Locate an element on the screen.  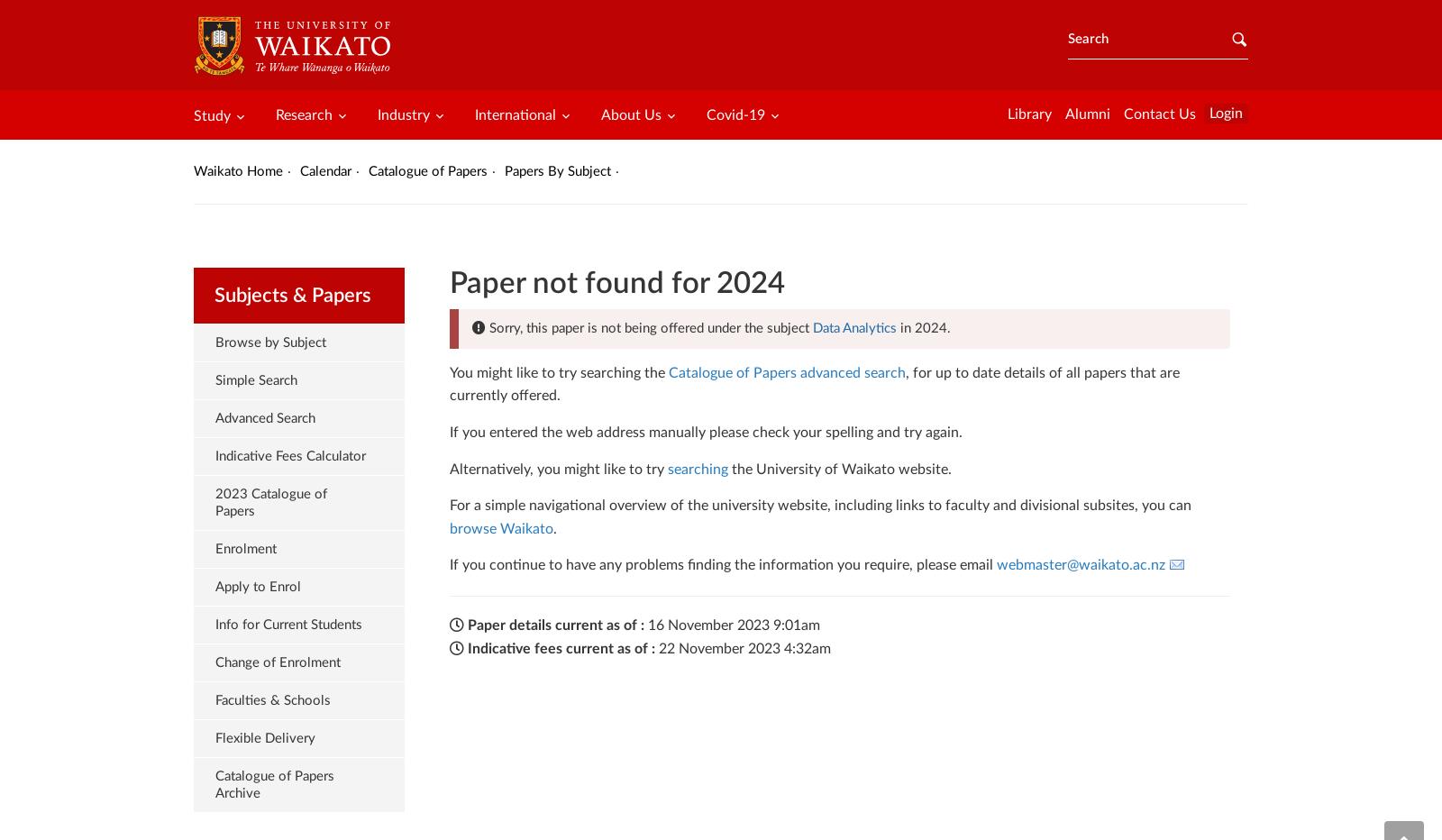
'Paper not found for 2024' is located at coordinates (616, 282).